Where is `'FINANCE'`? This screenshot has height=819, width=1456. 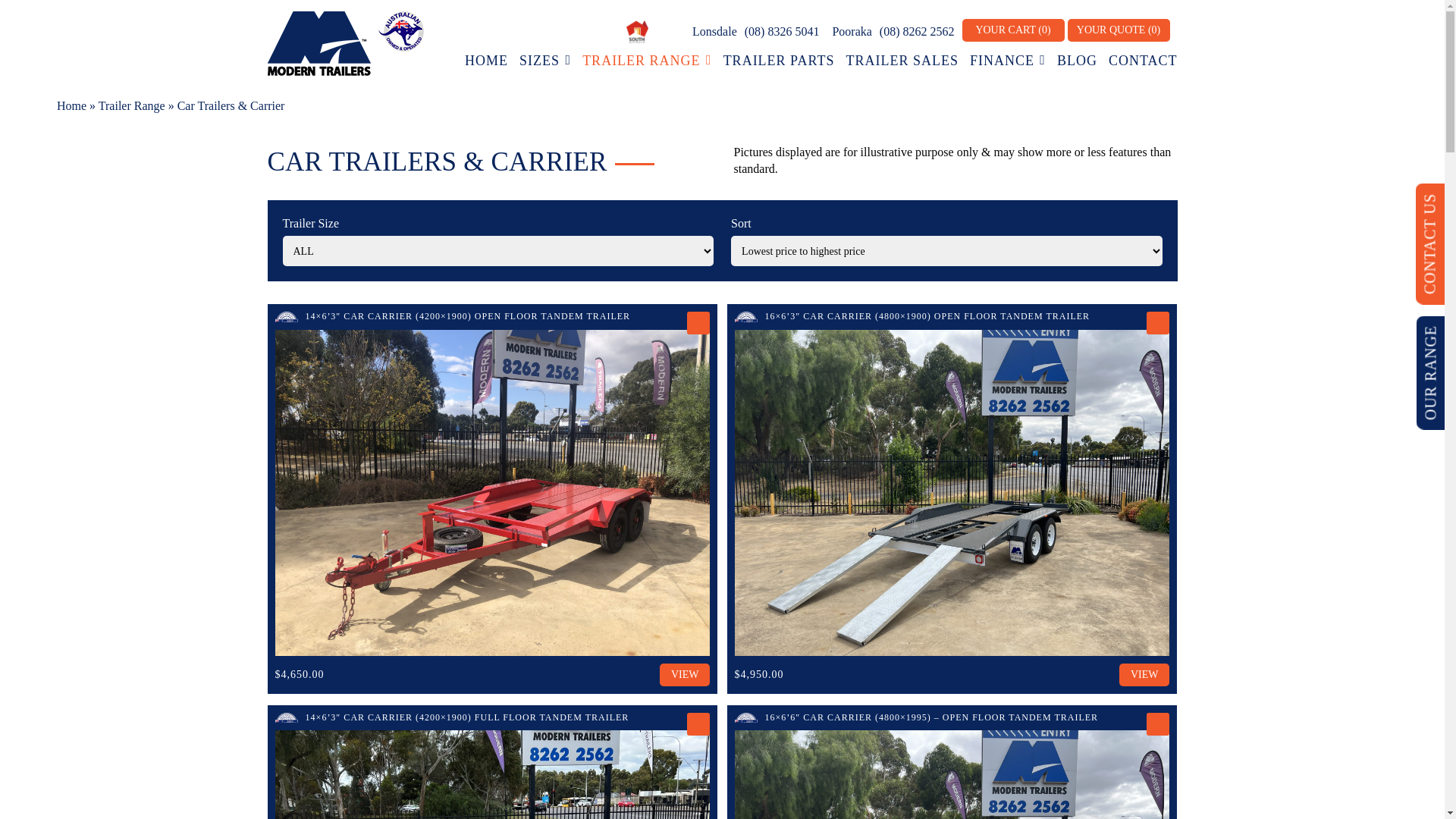
'FINANCE' is located at coordinates (968, 60).